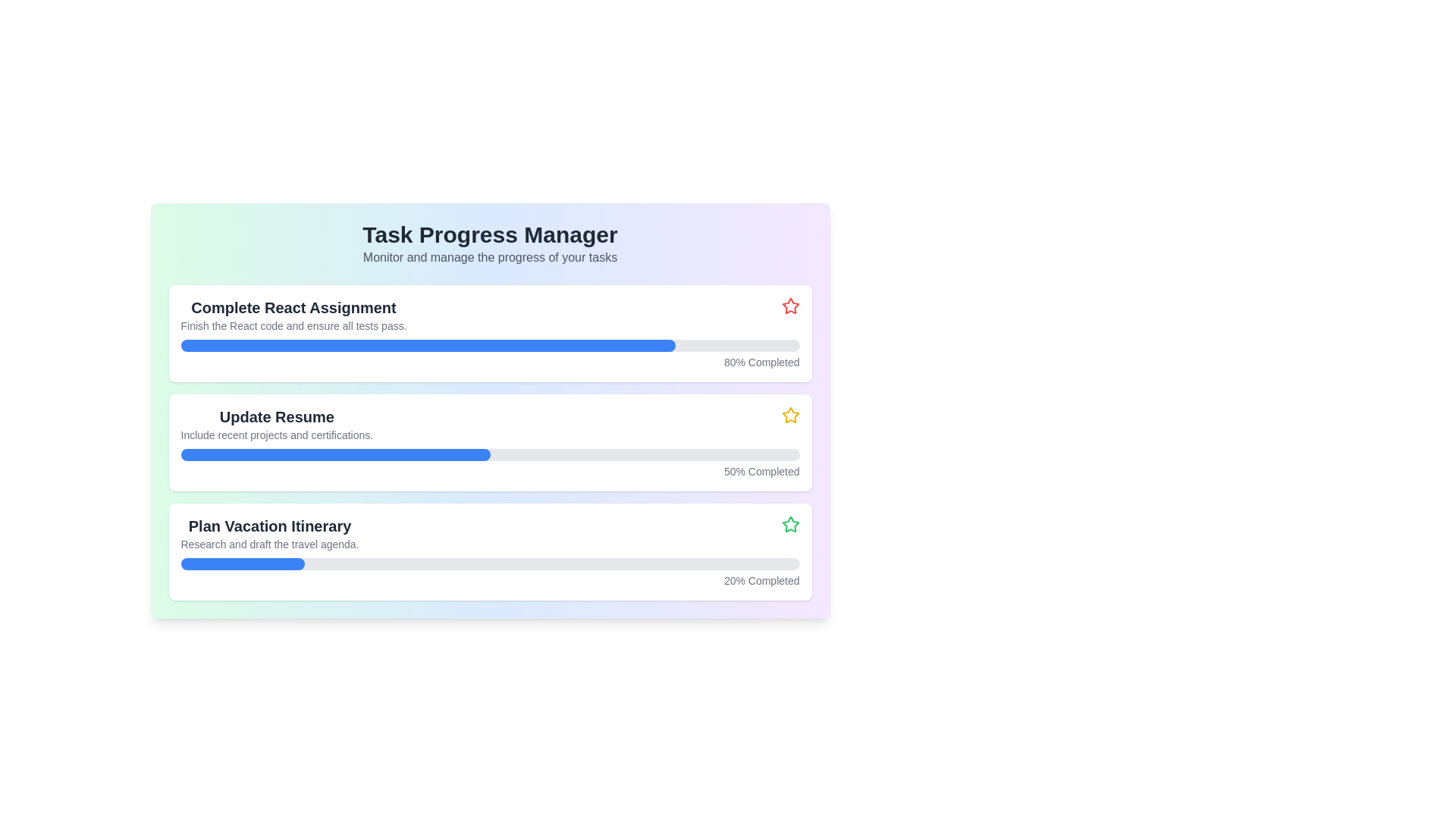 The width and height of the screenshot is (1456, 819). I want to click on task progress, so click(681, 564).